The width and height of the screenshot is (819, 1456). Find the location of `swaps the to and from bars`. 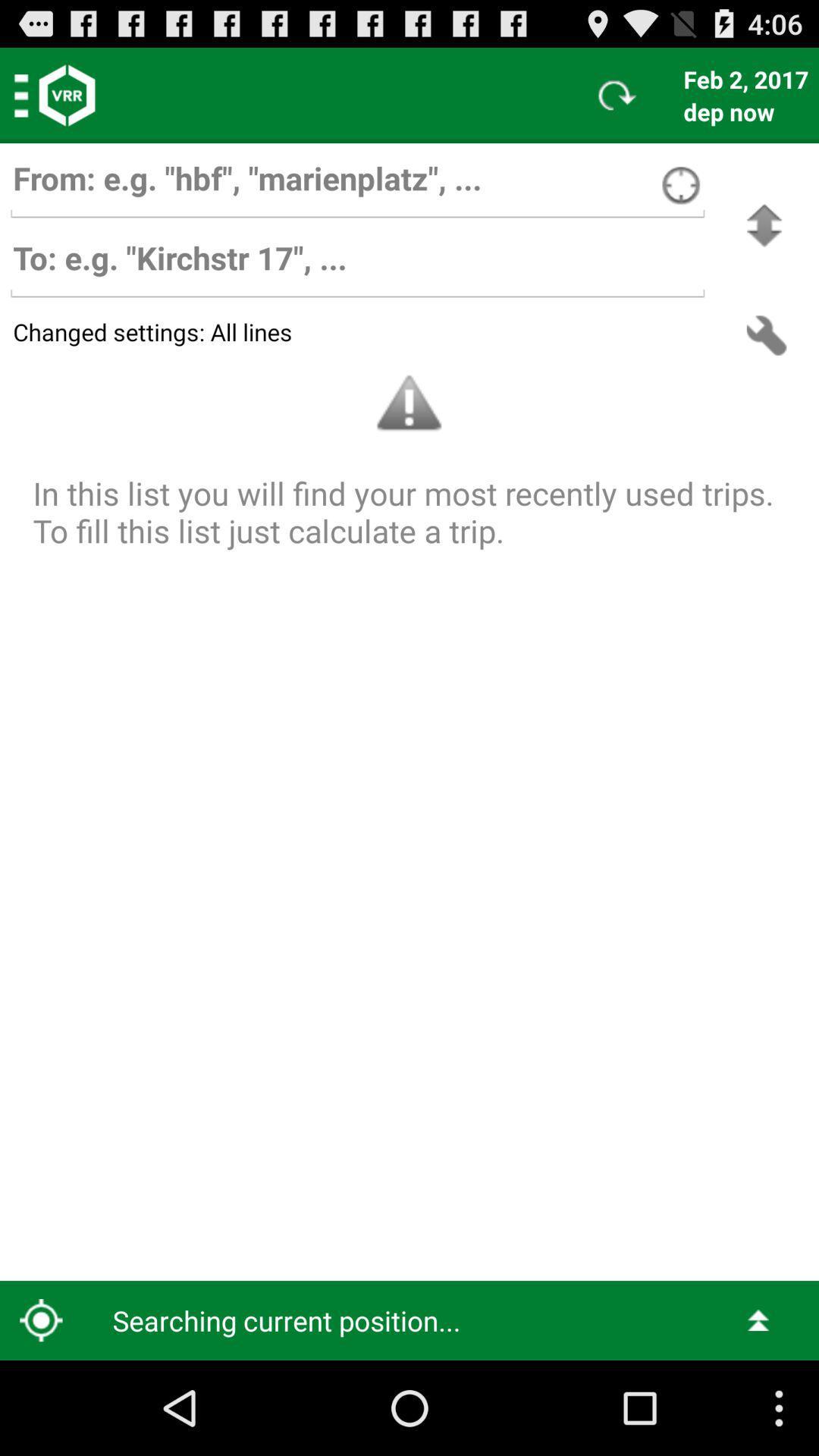

swaps the to and from bars is located at coordinates (764, 224).